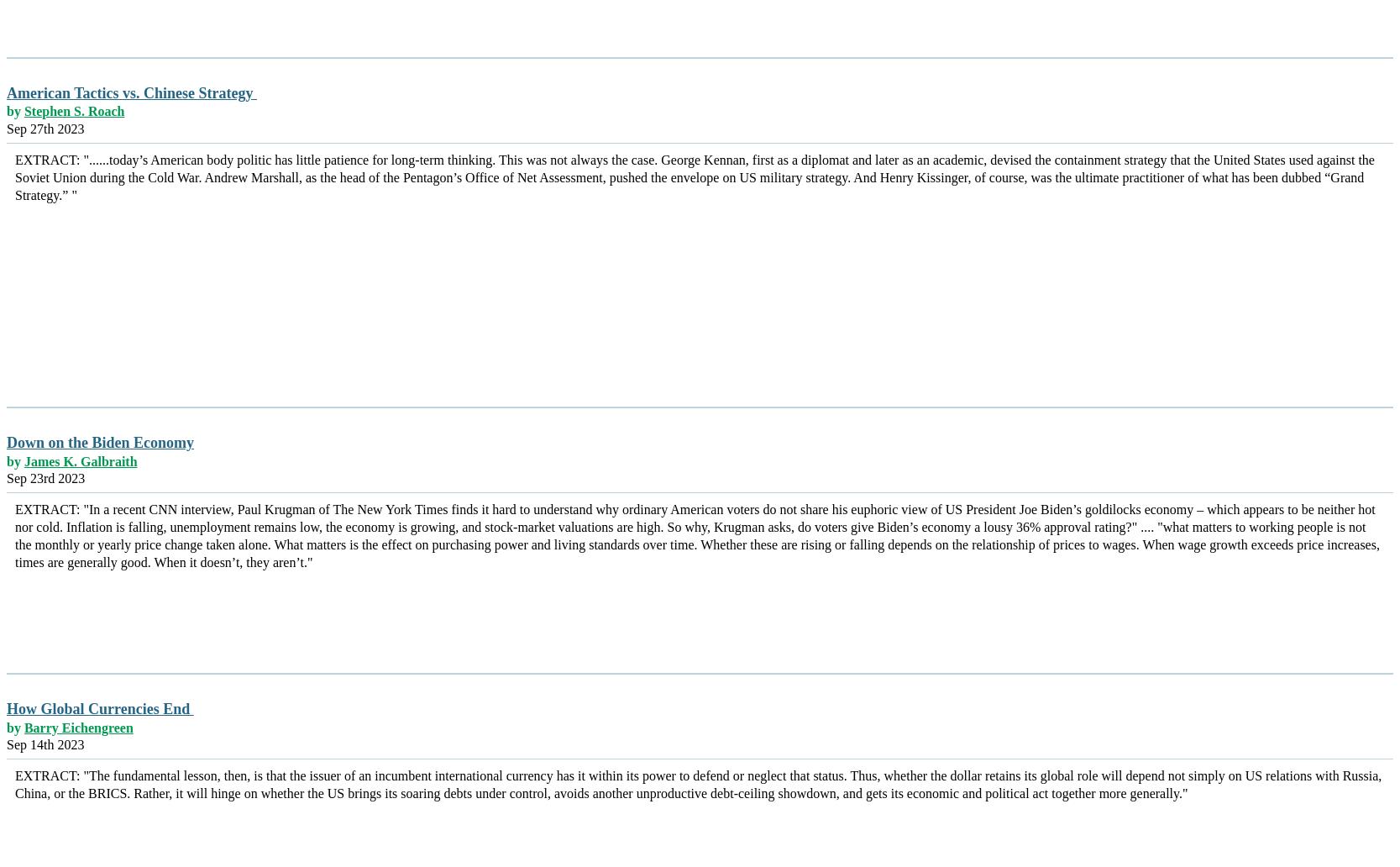 The image size is (1400, 867). I want to click on 'American Tactics vs. Chinese Strategy', so click(131, 92).